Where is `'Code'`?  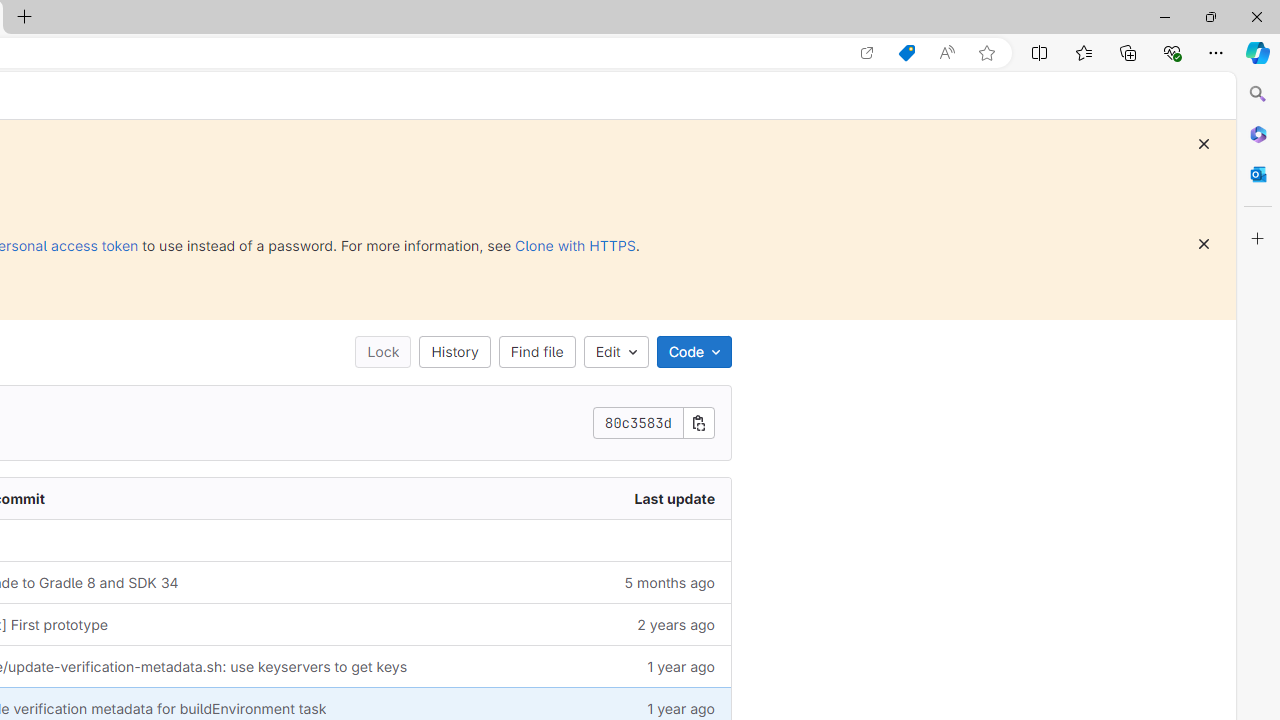
'Code' is located at coordinates (693, 351).